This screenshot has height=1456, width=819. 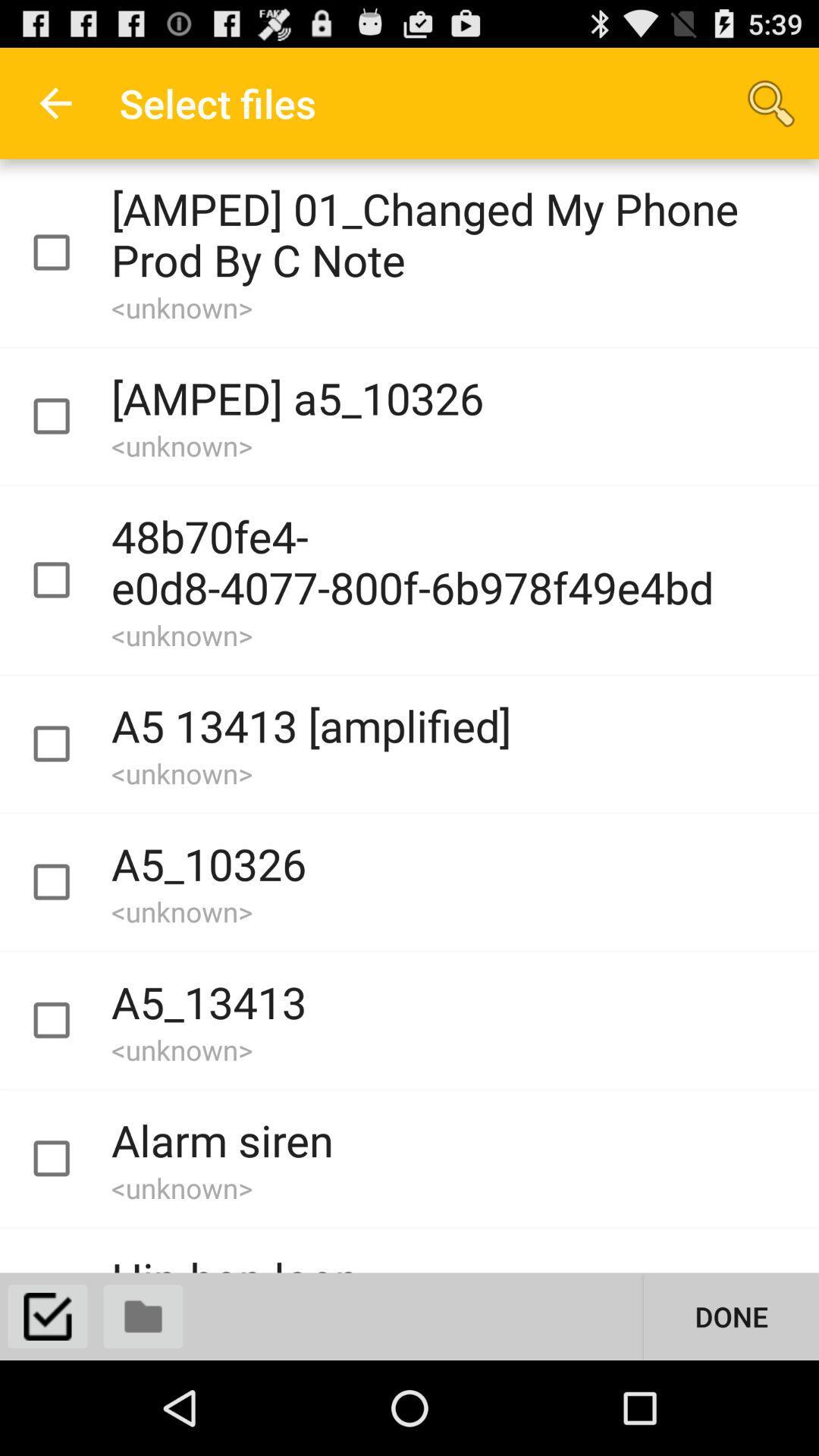 What do you see at coordinates (64, 1158) in the screenshot?
I see `alarm box` at bounding box center [64, 1158].